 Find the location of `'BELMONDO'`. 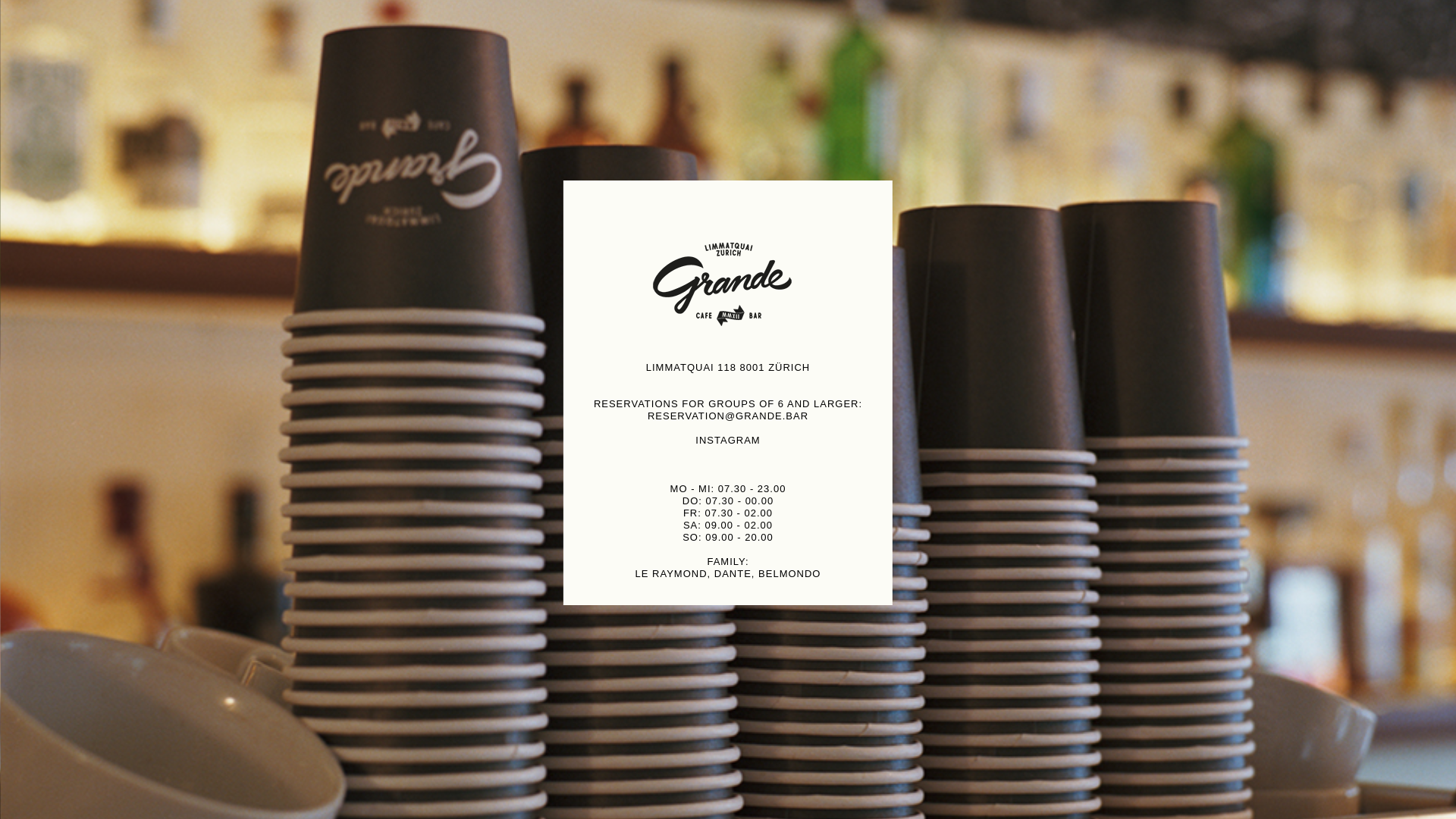

'BELMONDO' is located at coordinates (789, 573).